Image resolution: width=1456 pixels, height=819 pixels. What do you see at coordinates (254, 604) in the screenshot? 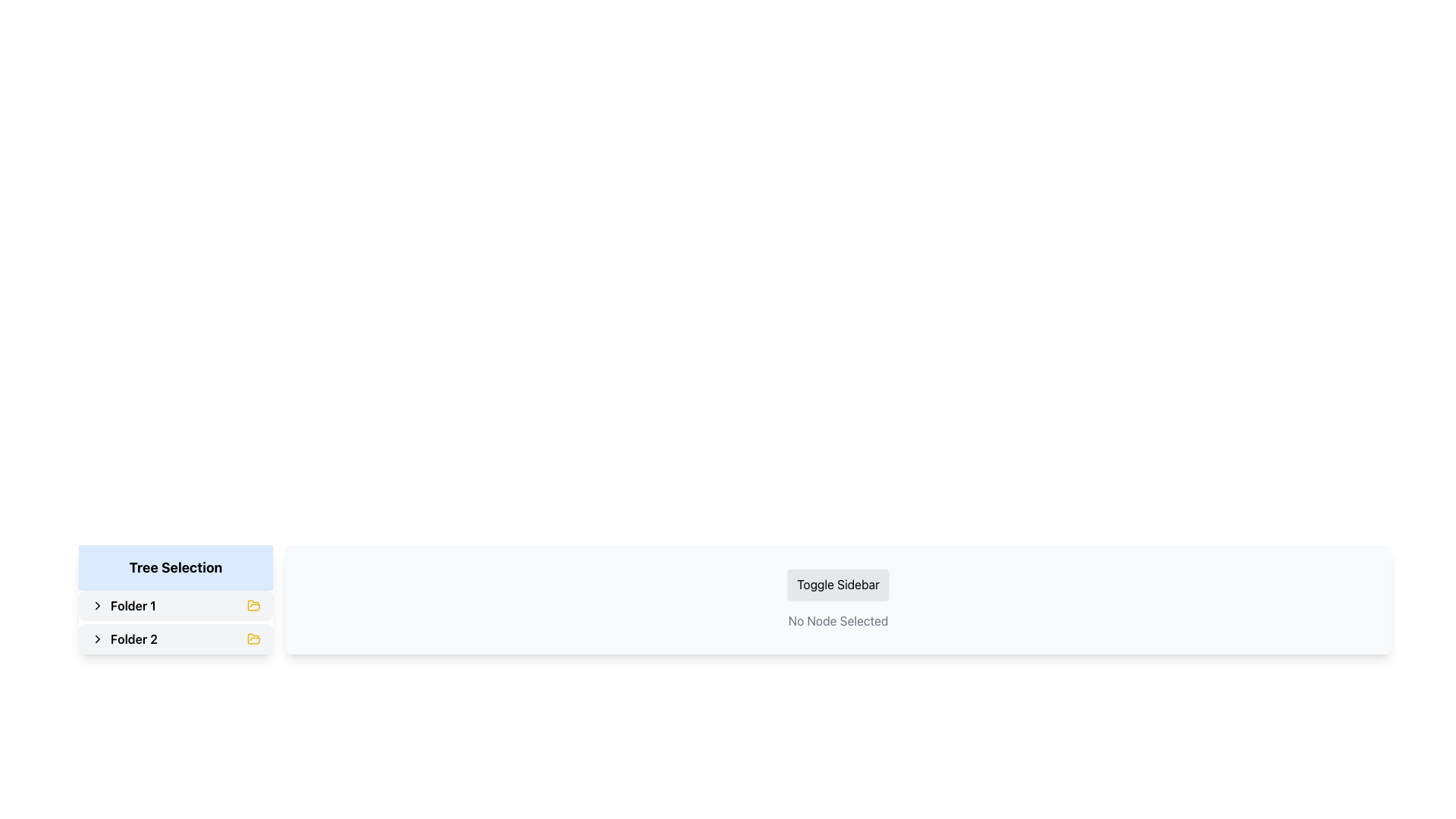
I see `the icon indicating that 'Folder 1' is currently open or selected, located in the left-side Tree Selection panel, adjacent to the textual label` at bounding box center [254, 604].